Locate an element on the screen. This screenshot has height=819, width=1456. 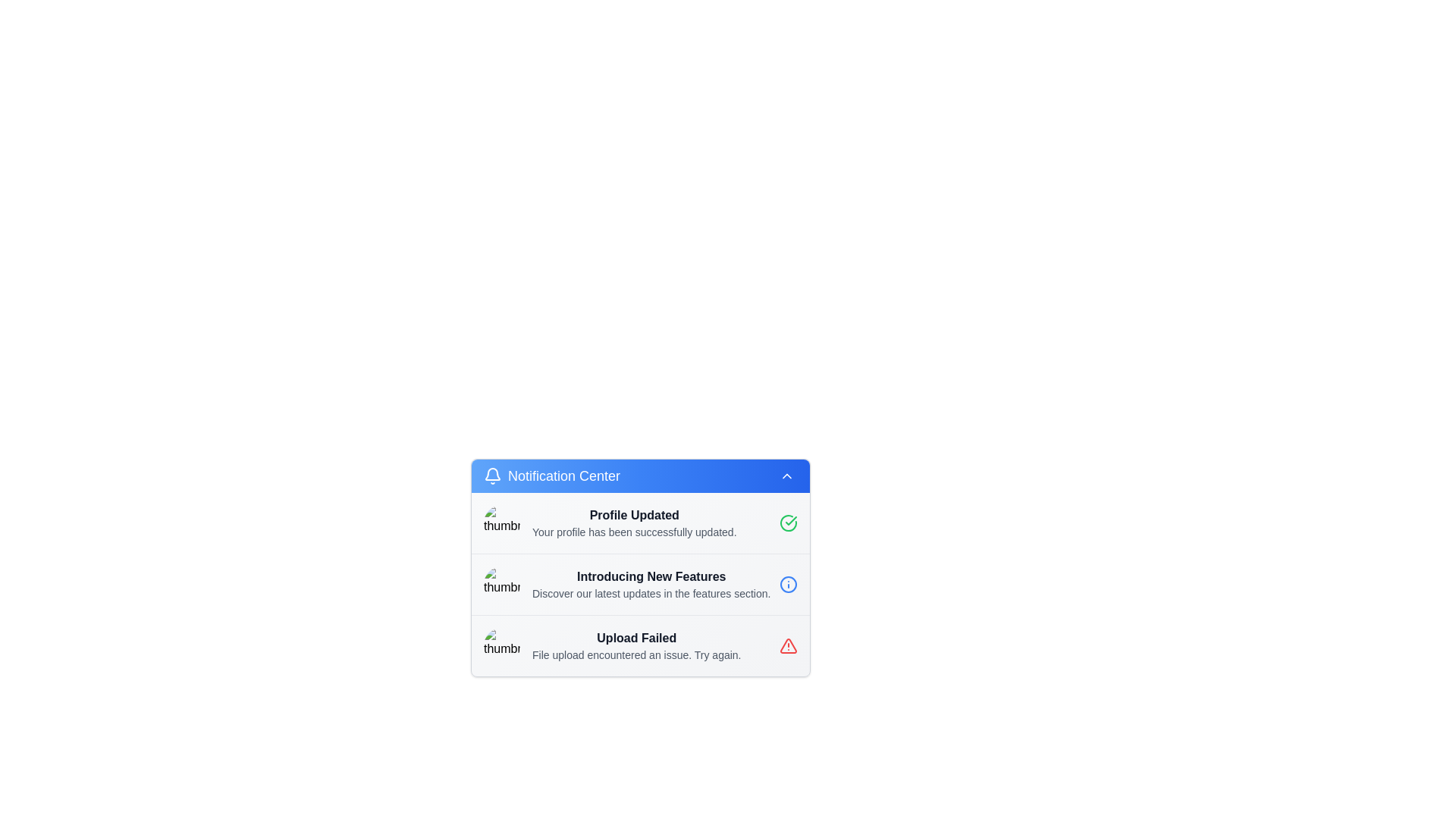
the chevron icon located at the top-right corner of the notification center panel is located at coordinates (786, 475).